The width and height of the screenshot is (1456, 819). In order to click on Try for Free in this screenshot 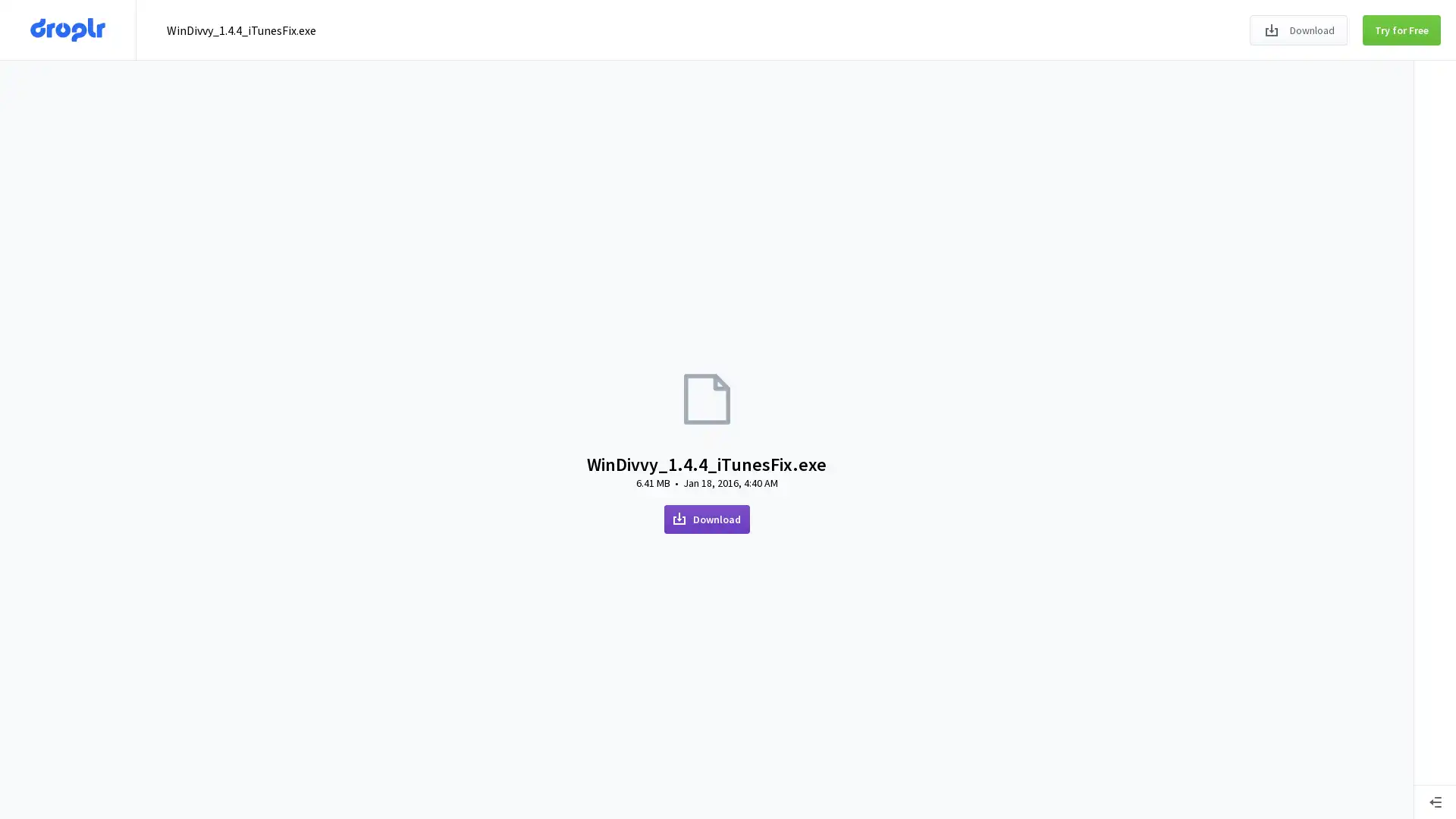, I will do `click(1401, 29)`.